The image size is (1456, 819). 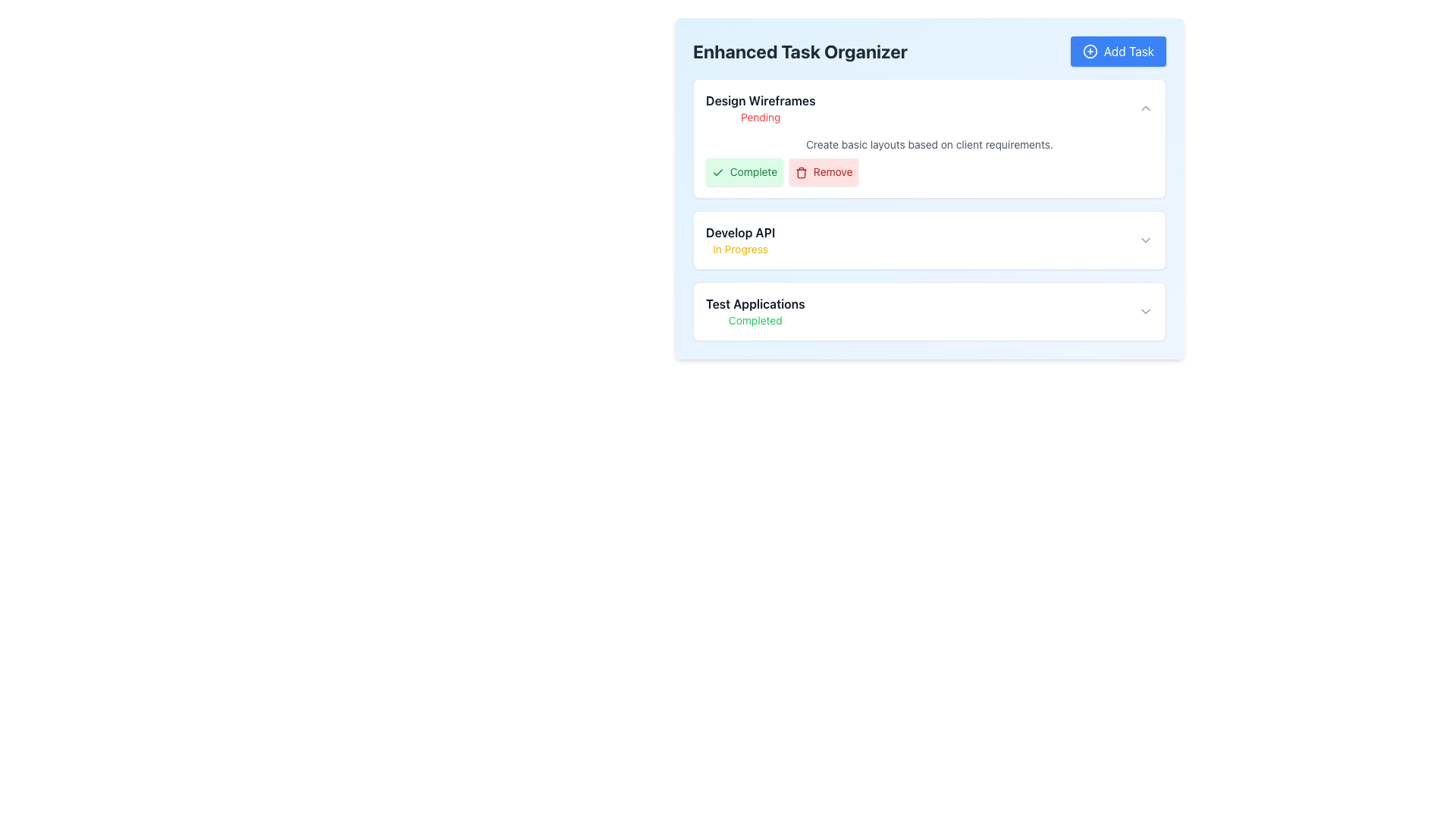 What do you see at coordinates (755, 311) in the screenshot?
I see `text from the task card labeled 'Test Applications' which indicates its status as 'Completed.' This is the third task card in the list, positioned below two other cards` at bounding box center [755, 311].